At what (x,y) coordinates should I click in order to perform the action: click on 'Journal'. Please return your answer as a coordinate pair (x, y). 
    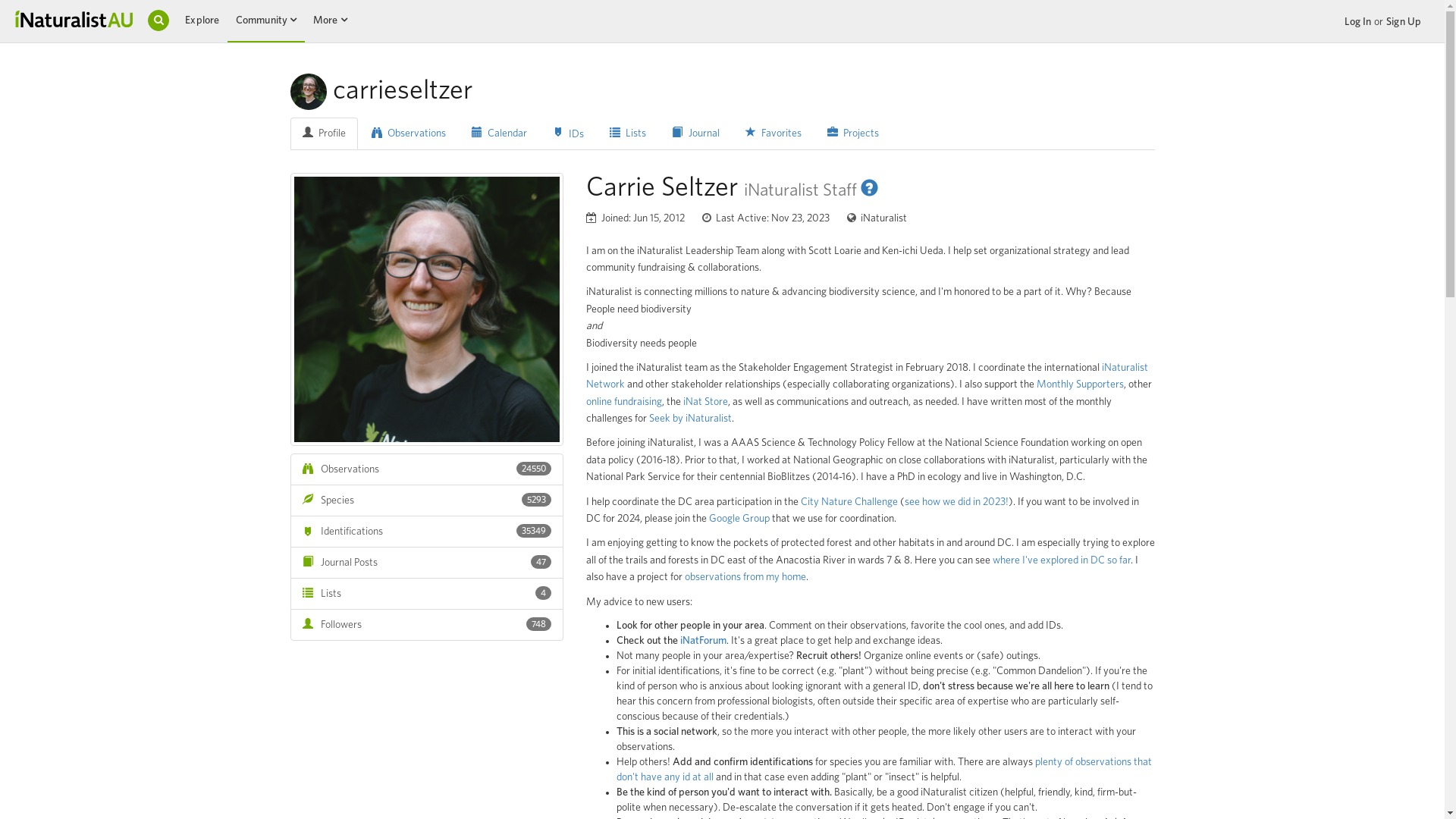
    Looking at the image, I should click on (659, 133).